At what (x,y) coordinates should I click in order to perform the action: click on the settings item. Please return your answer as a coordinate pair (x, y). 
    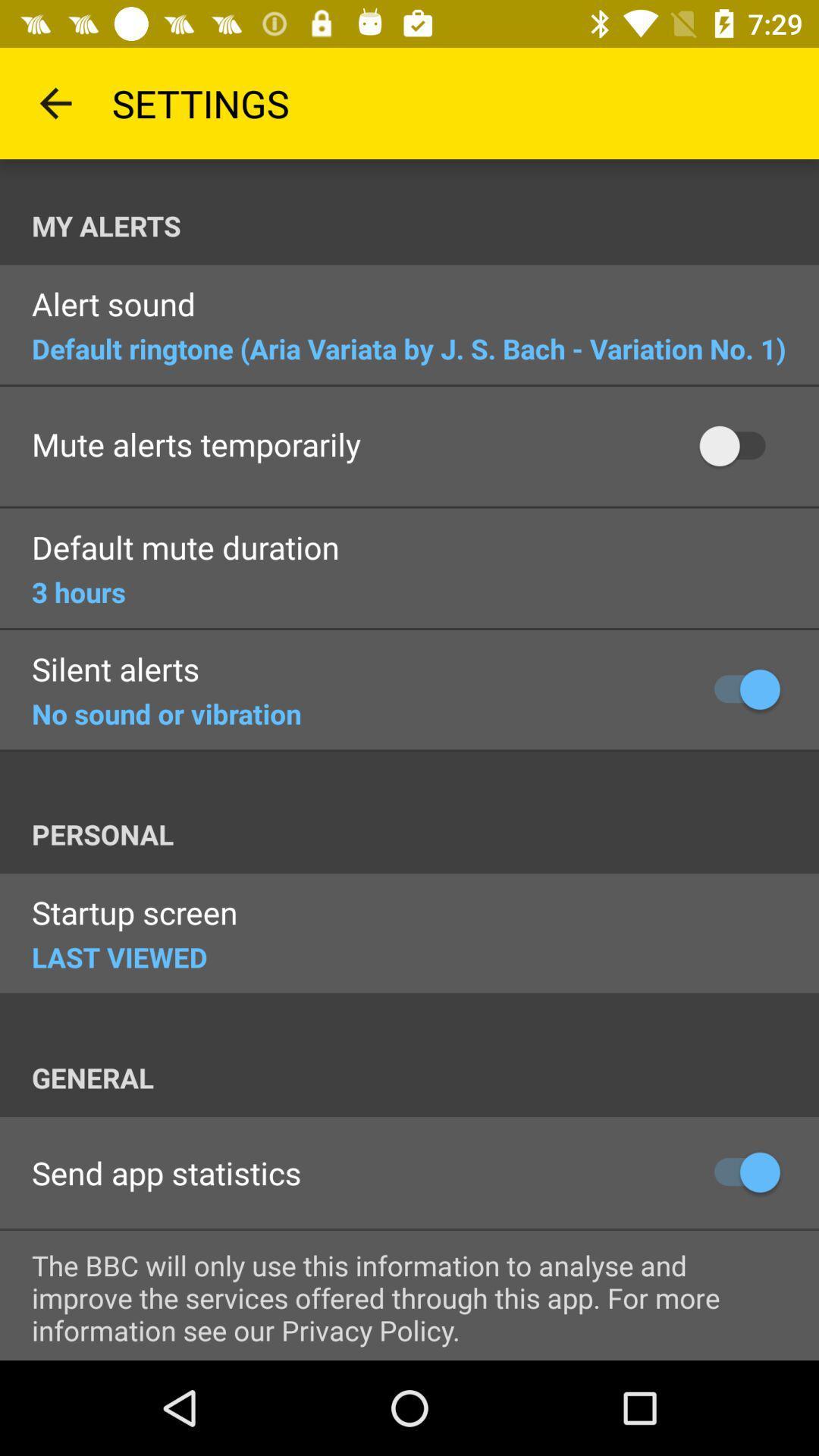
    Looking at the image, I should click on (199, 102).